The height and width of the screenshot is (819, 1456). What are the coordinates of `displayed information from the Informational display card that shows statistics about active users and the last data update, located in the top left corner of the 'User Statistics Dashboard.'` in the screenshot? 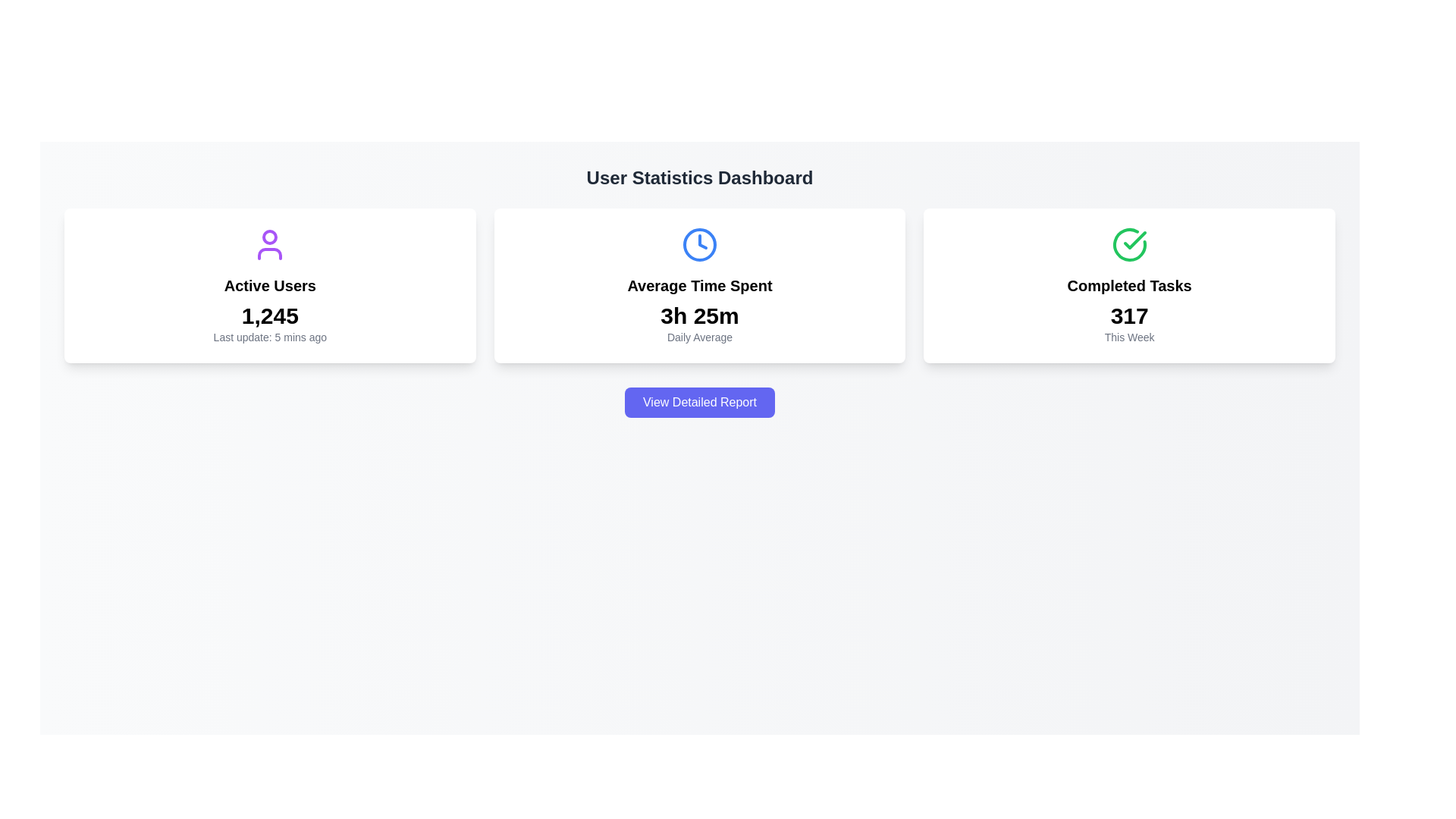 It's located at (270, 286).